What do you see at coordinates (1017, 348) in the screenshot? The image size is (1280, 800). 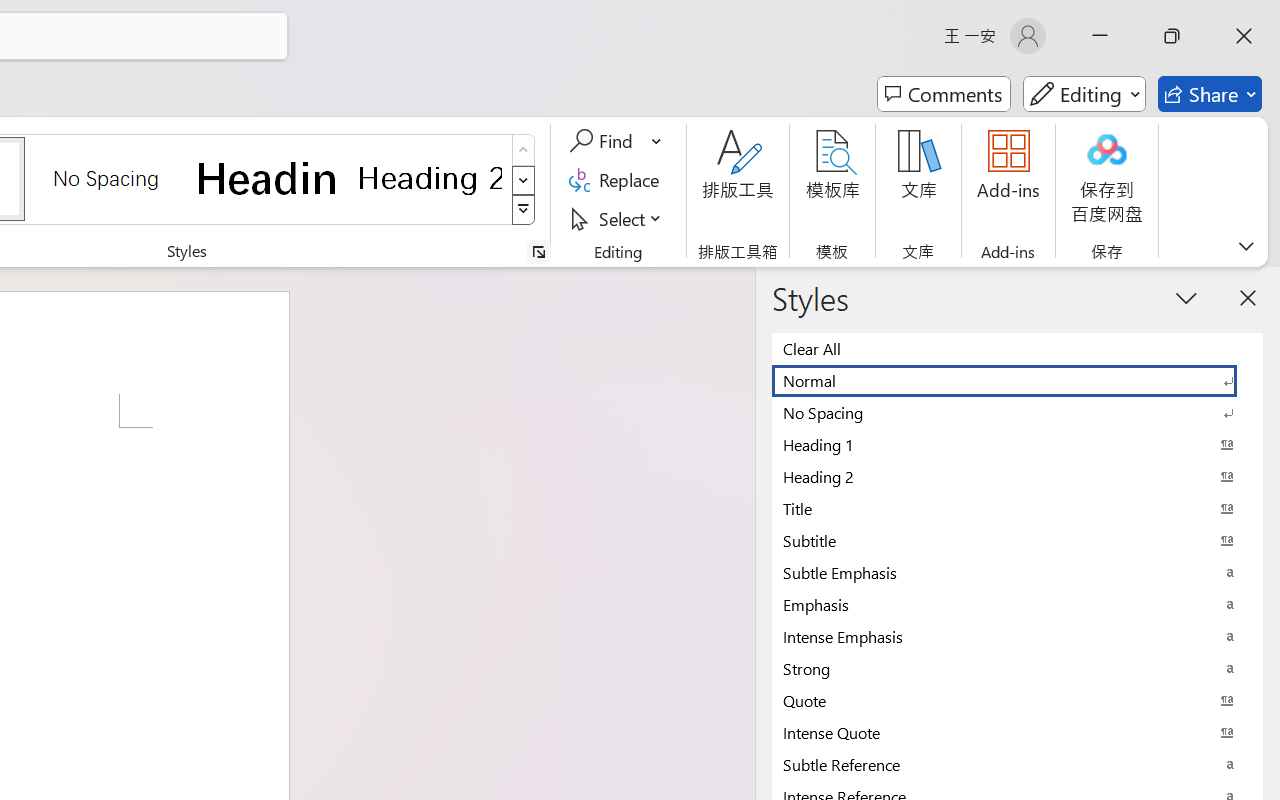 I see `'Clear All'` at bounding box center [1017, 348].